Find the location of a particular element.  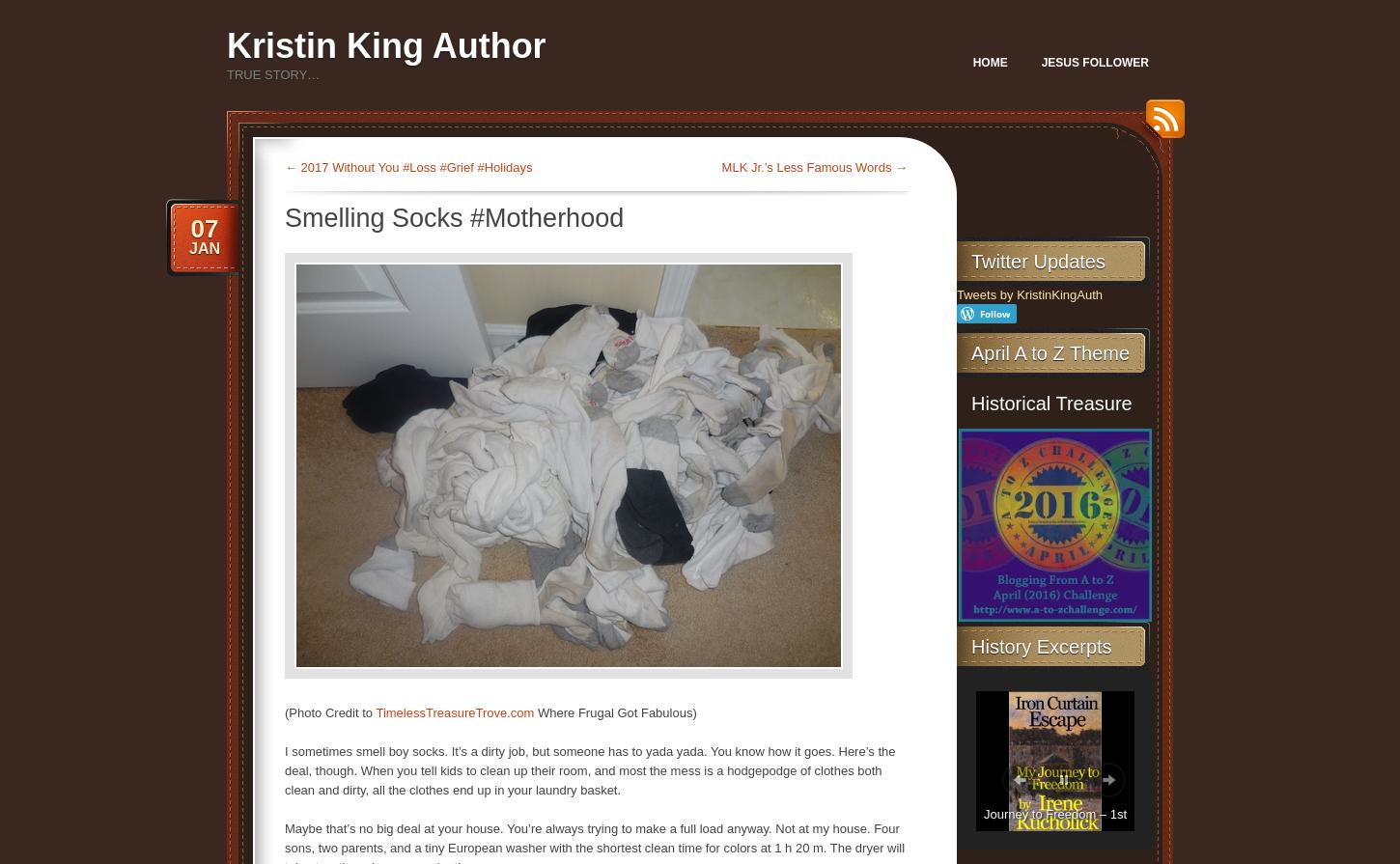

'2017 Without You #Loss #Grief #Holidays' is located at coordinates (413, 167).